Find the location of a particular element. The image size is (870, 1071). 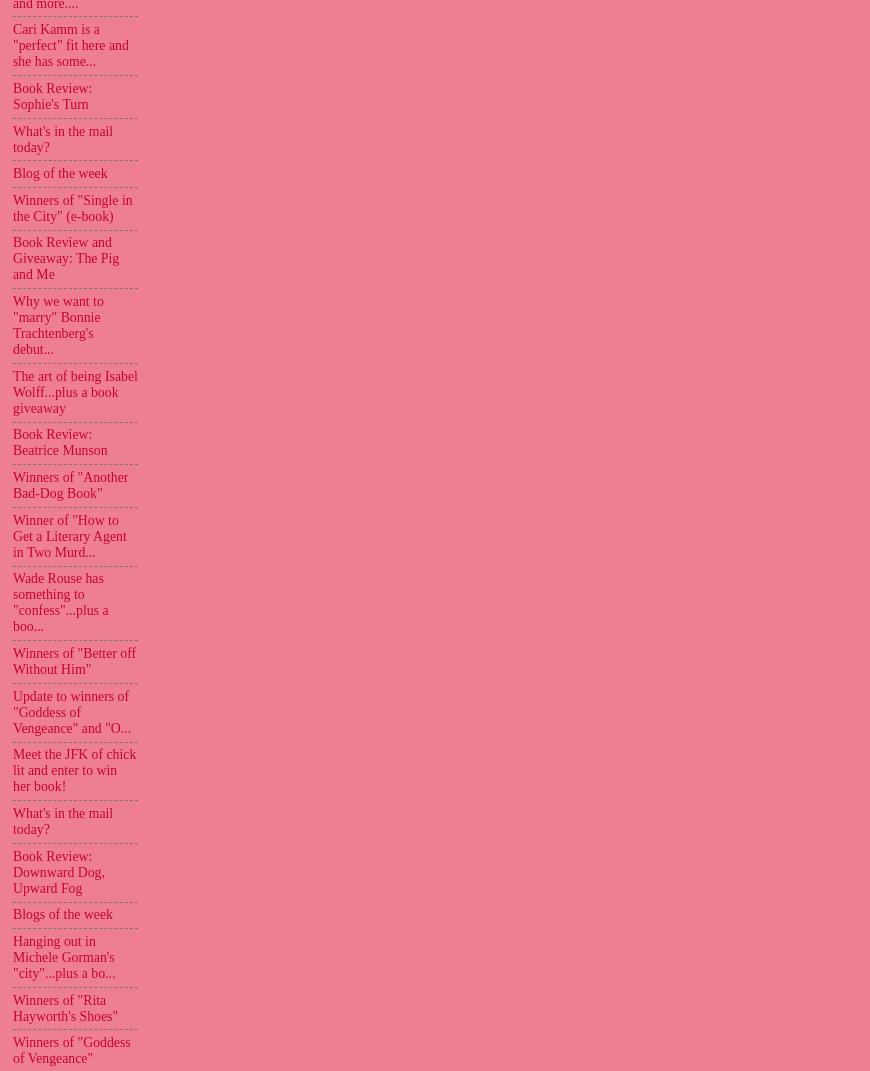

'Meet the JFK of chick lit and enter to win her book!' is located at coordinates (11, 769).